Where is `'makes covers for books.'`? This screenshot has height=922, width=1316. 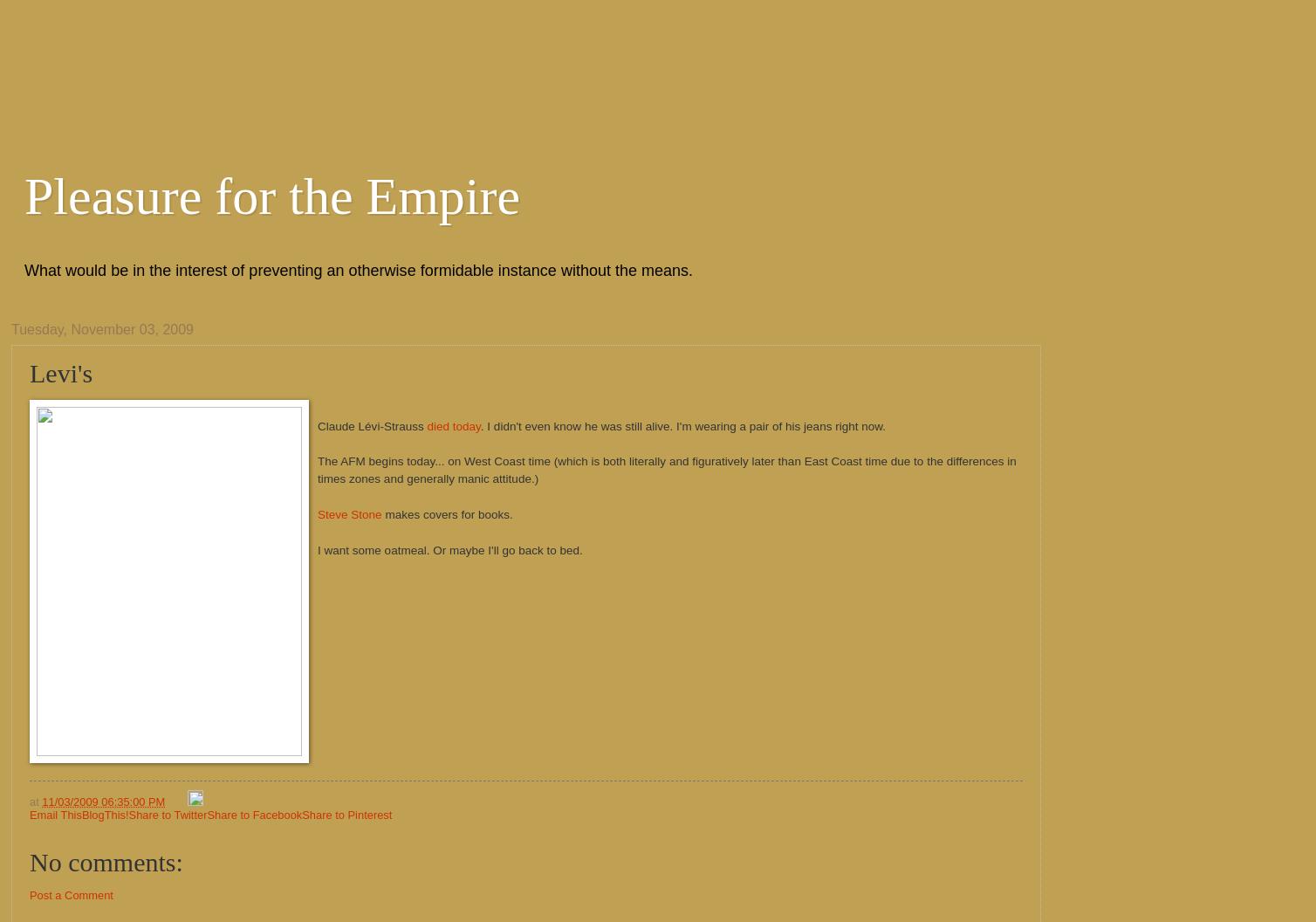
'makes covers for books.' is located at coordinates (446, 514).